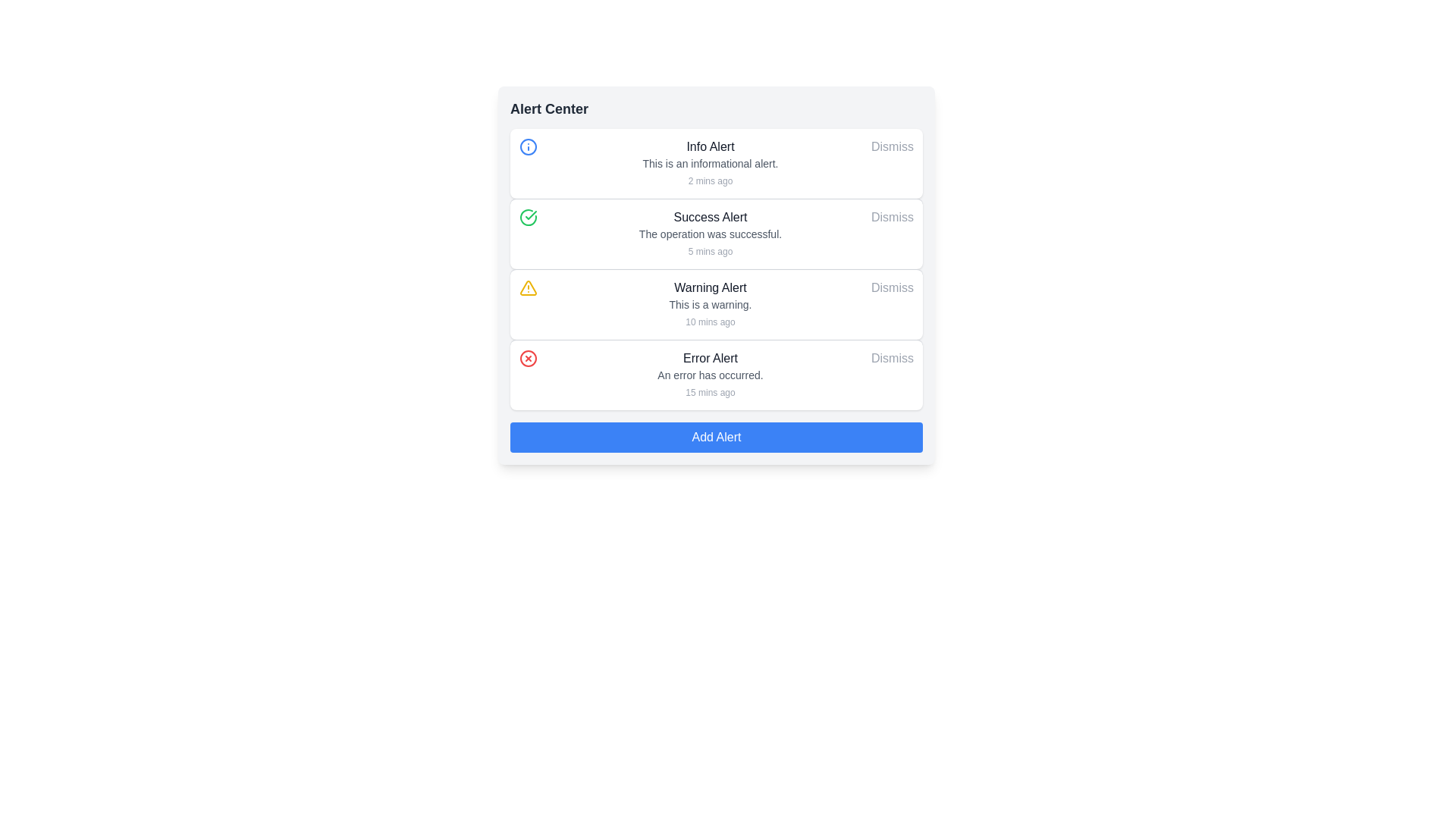  What do you see at coordinates (528, 359) in the screenshot?
I see `the circular part of the error icon located to the left of the 'Error Alert' row in the 'Alert Center' interface, specifically positioned in the fourth row from the top` at bounding box center [528, 359].